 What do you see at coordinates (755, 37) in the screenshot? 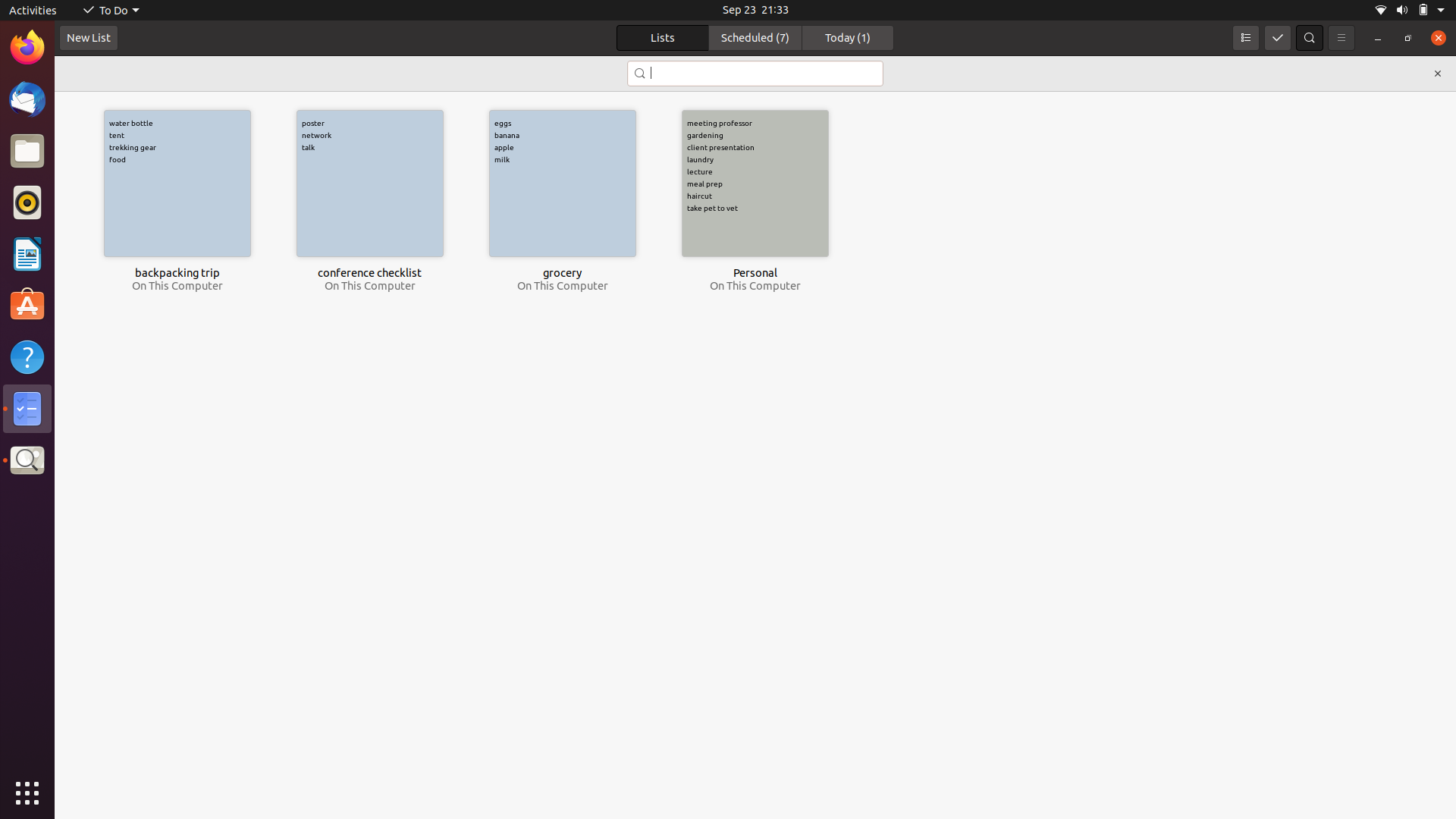
I see `the "Scheduled" option` at bounding box center [755, 37].